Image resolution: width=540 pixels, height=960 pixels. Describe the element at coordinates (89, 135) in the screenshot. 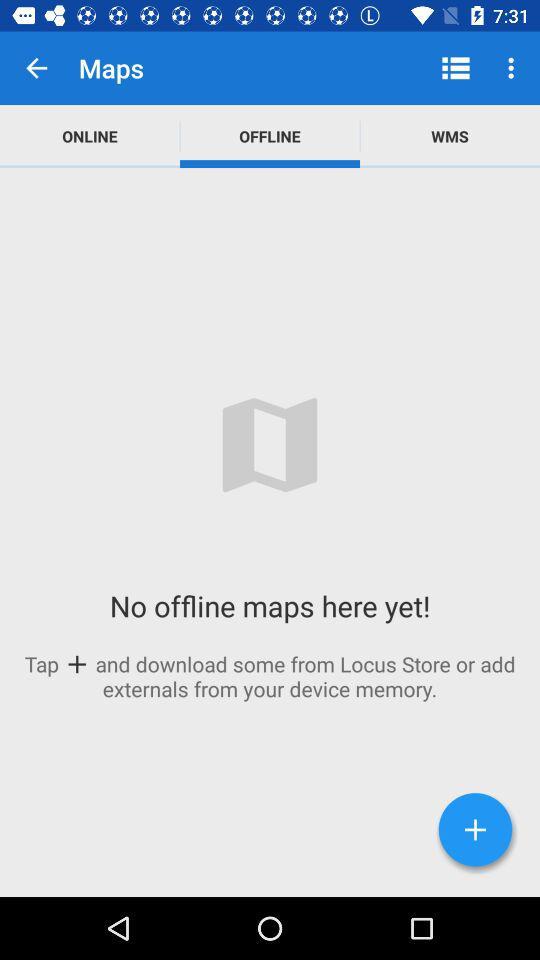

I see `online` at that location.